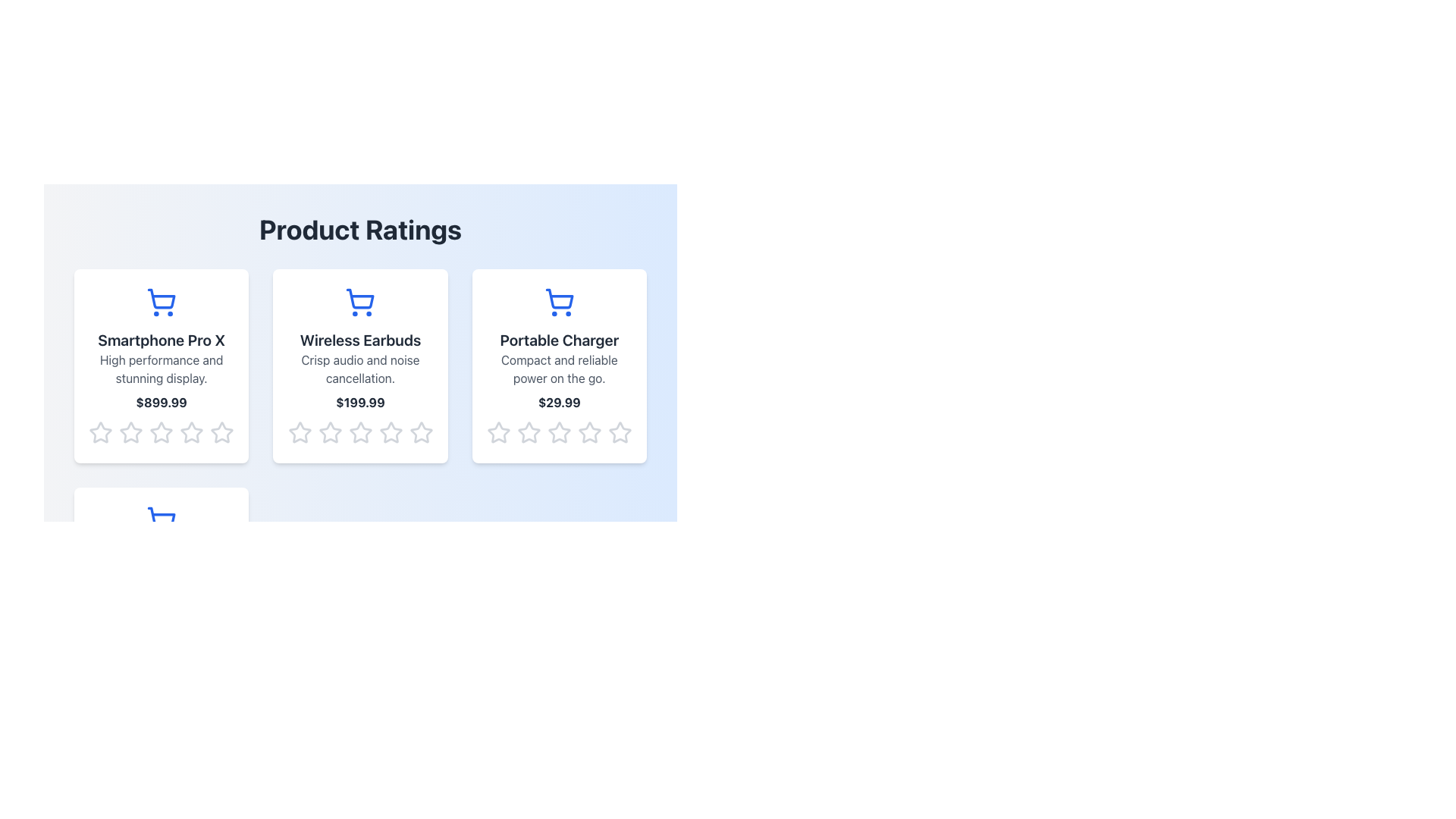 The width and height of the screenshot is (1456, 819). What do you see at coordinates (100, 432) in the screenshot?
I see `the first star icon in the rating bar to rate the 'Smartphone Pro X' product` at bounding box center [100, 432].